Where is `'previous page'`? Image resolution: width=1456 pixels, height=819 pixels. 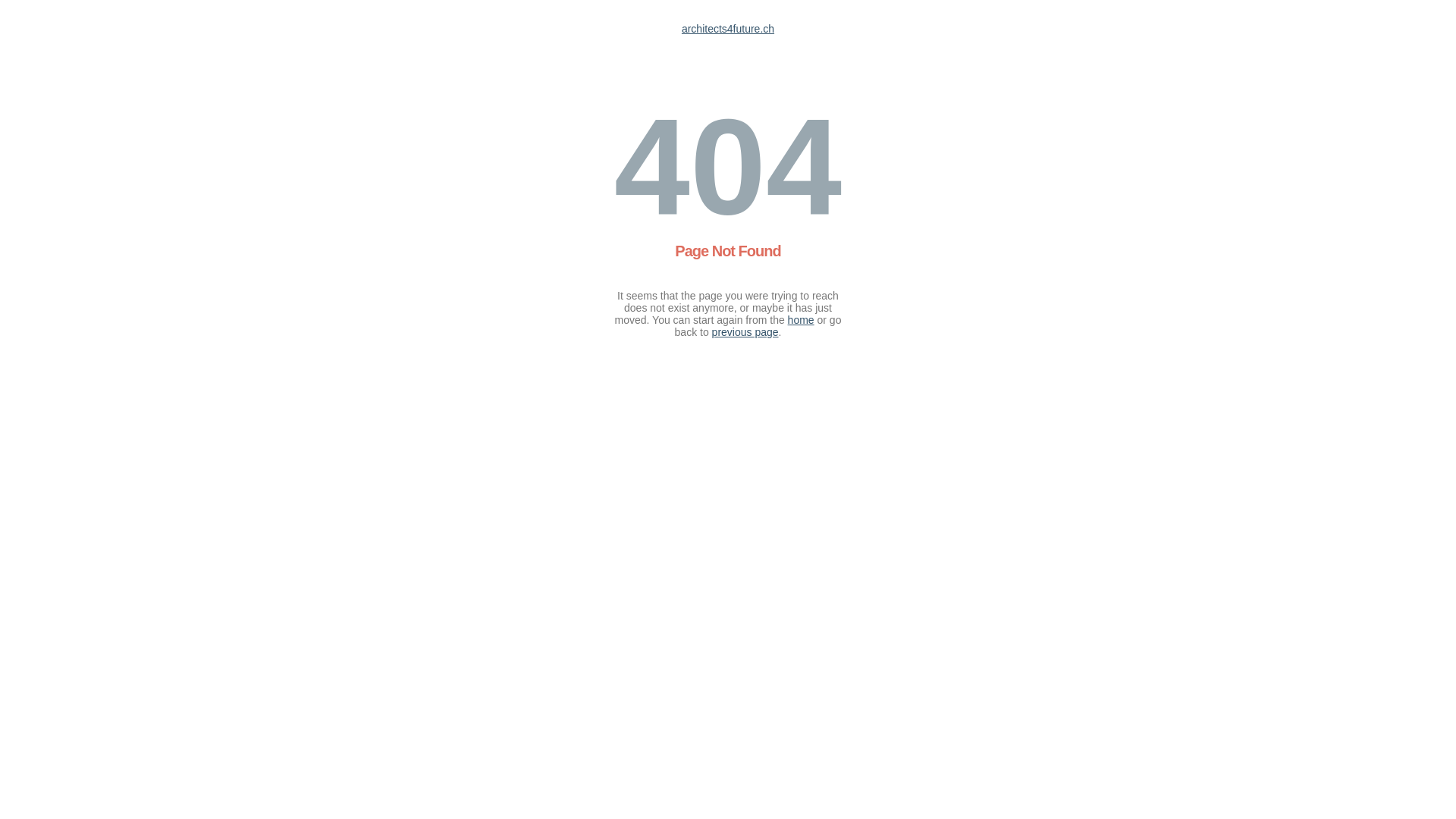 'previous page' is located at coordinates (745, 331).